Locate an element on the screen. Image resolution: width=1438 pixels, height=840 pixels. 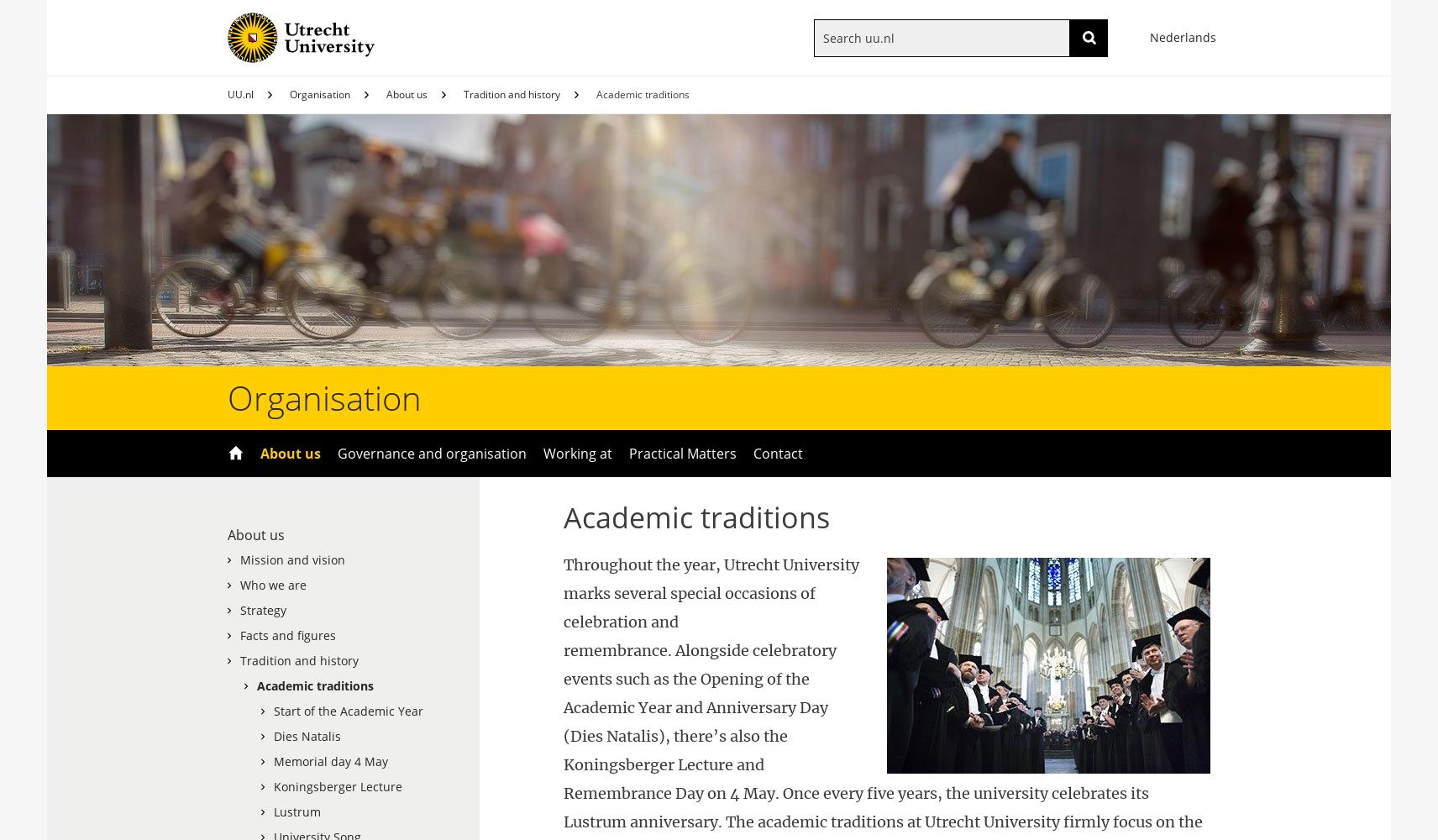
'Practical Matters' is located at coordinates (629, 454).